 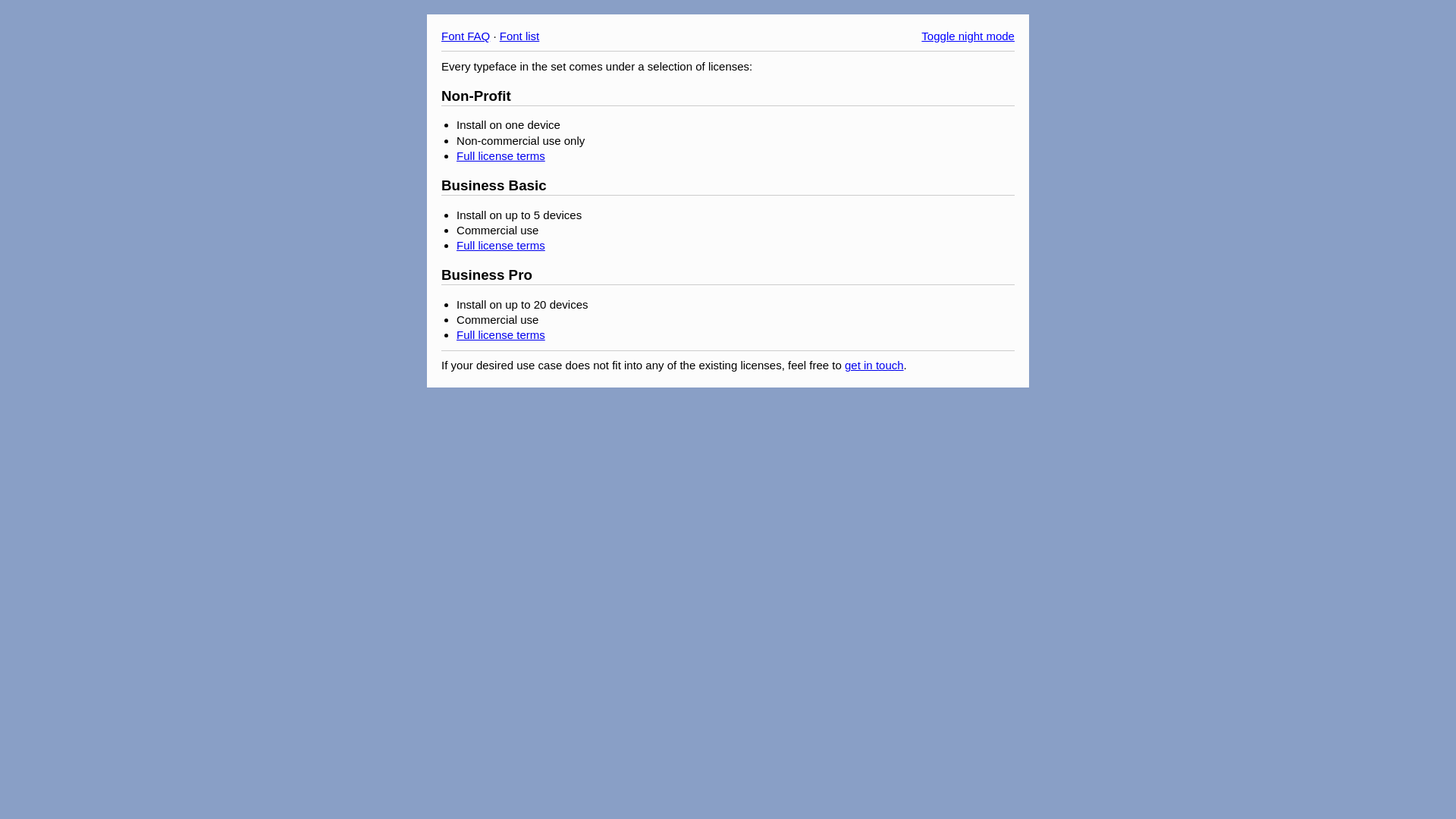 I want to click on 'Business Pro', so click(x=487, y=275).